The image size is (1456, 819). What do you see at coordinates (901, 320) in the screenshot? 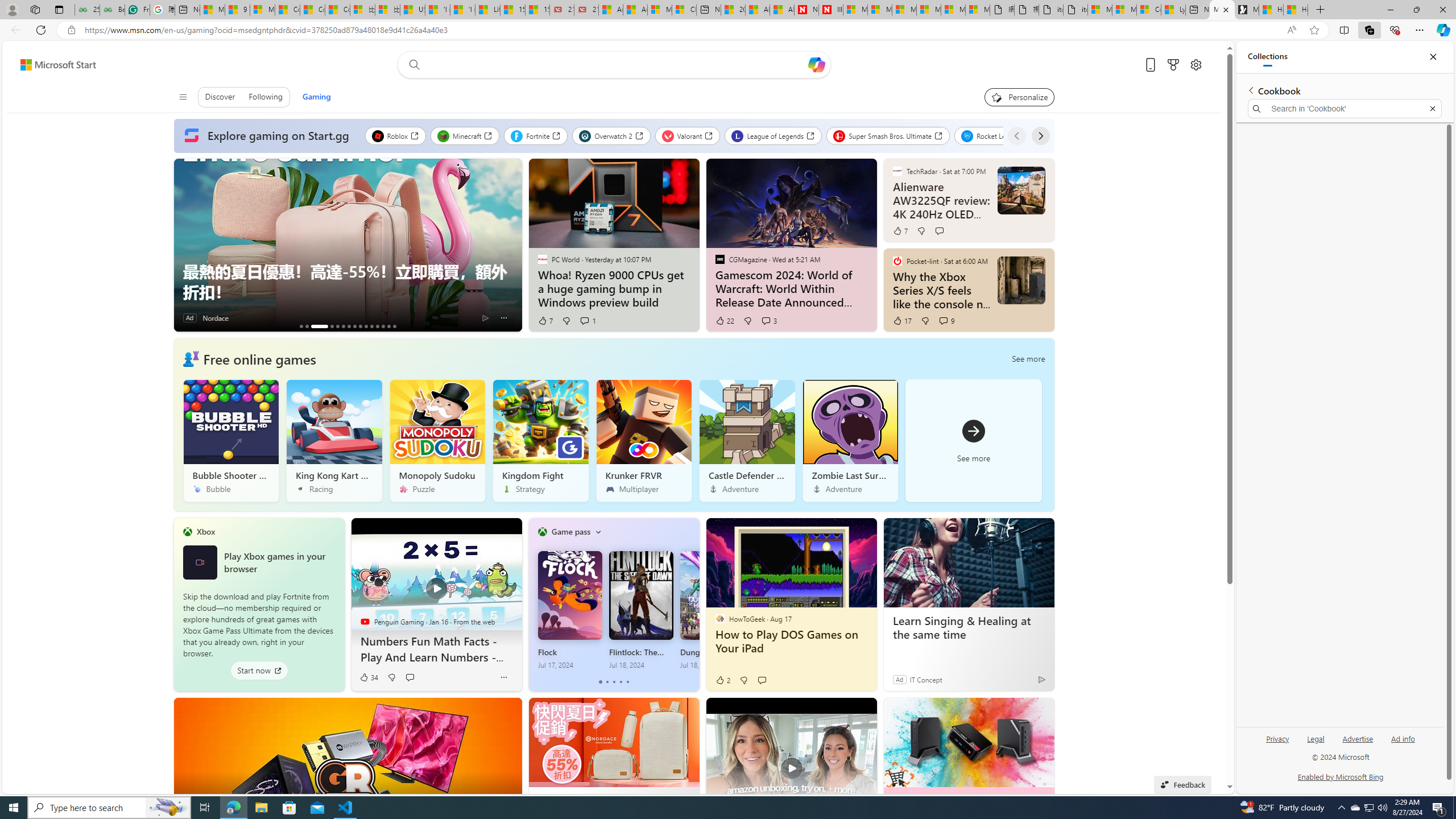
I see `'17 Like'` at bounding box center [901, 320].